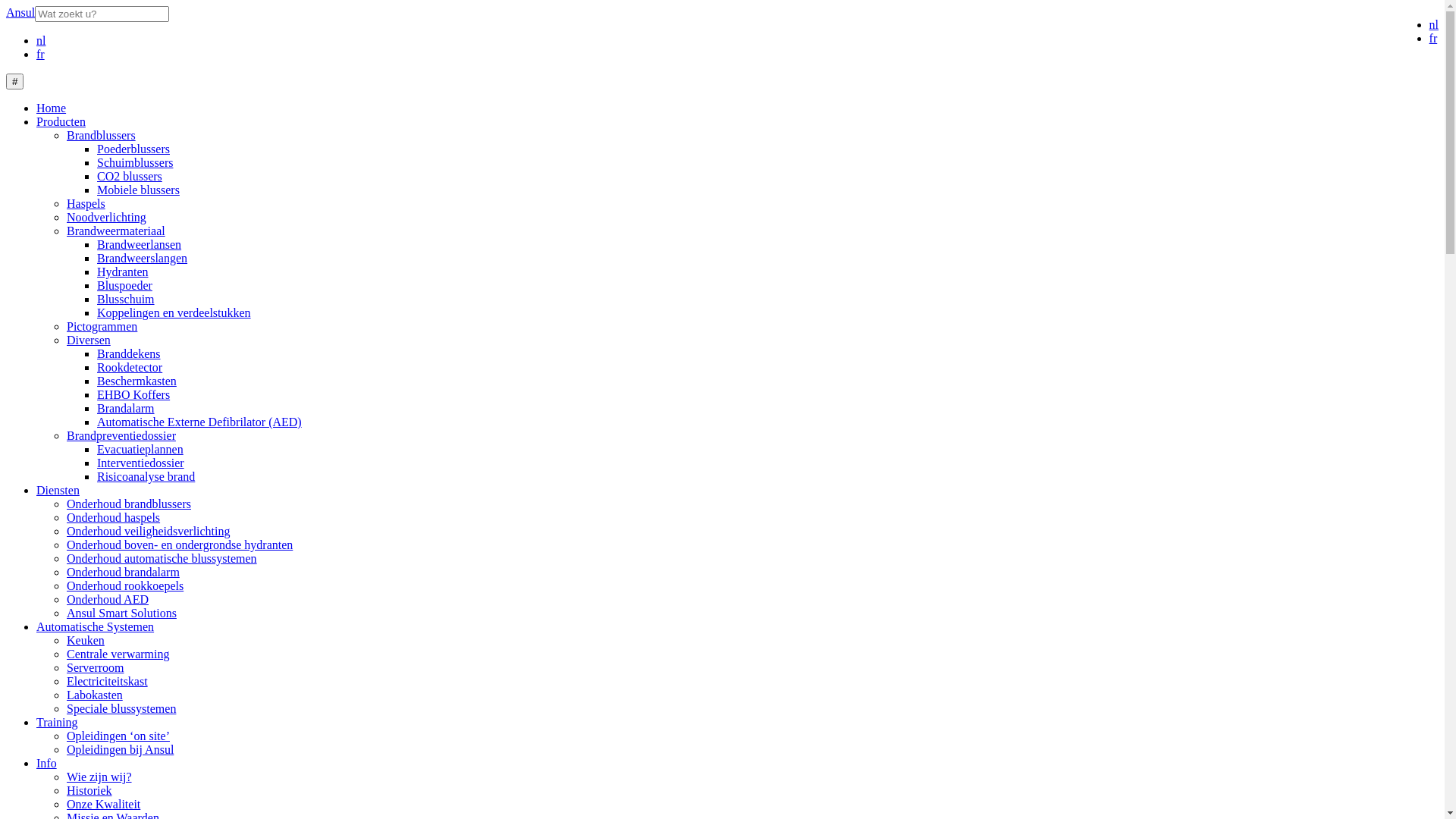 This screenshot has height=819, width=1456. What do you see at coordinates (46, 763) in the screenshot?
I see `'Info'` at bounding box center [46, 763].